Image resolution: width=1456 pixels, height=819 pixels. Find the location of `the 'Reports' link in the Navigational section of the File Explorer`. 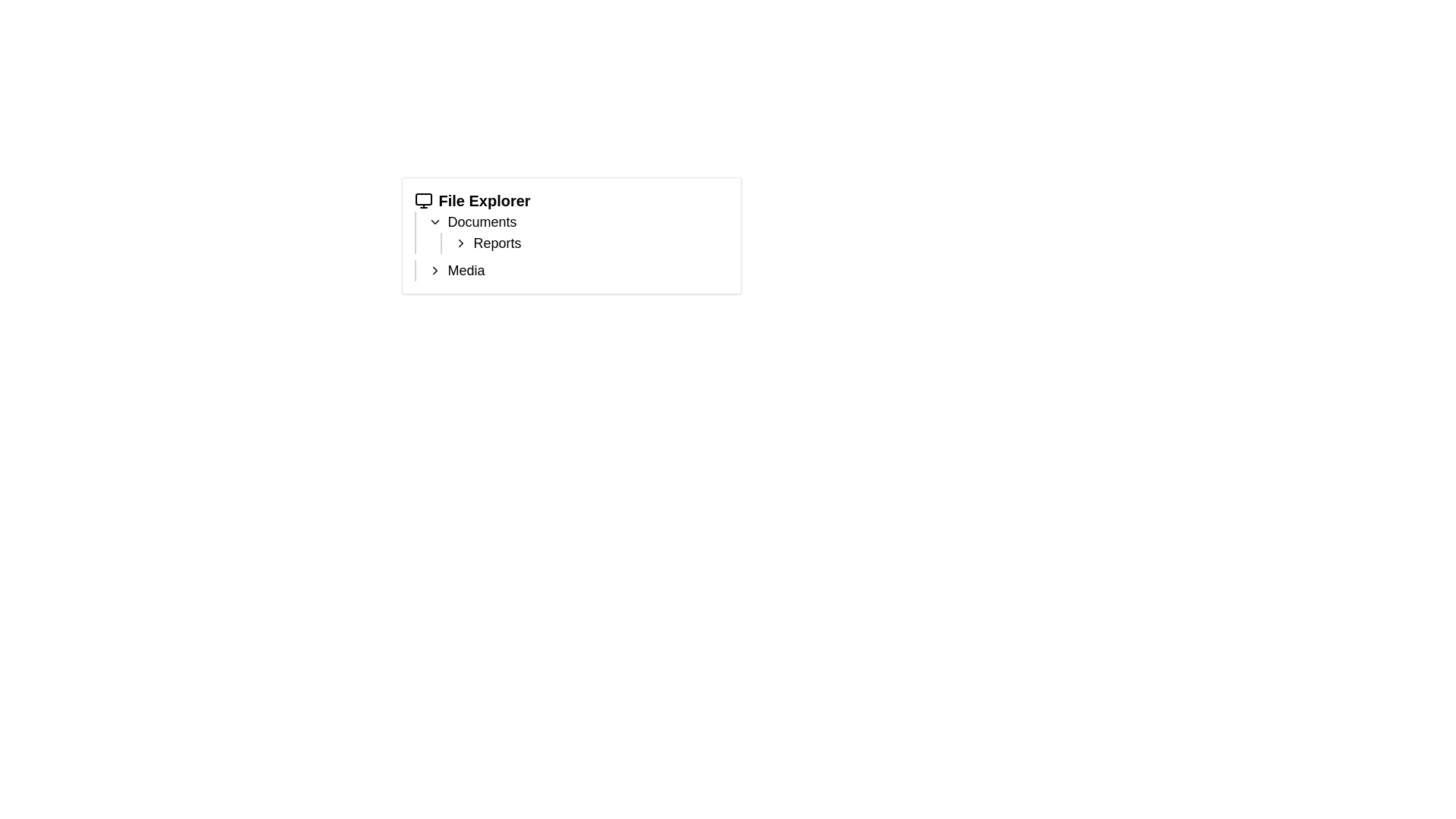

the 'Reports' link in the Navigational section of the File Explorer is located at coordinates (570, 245).